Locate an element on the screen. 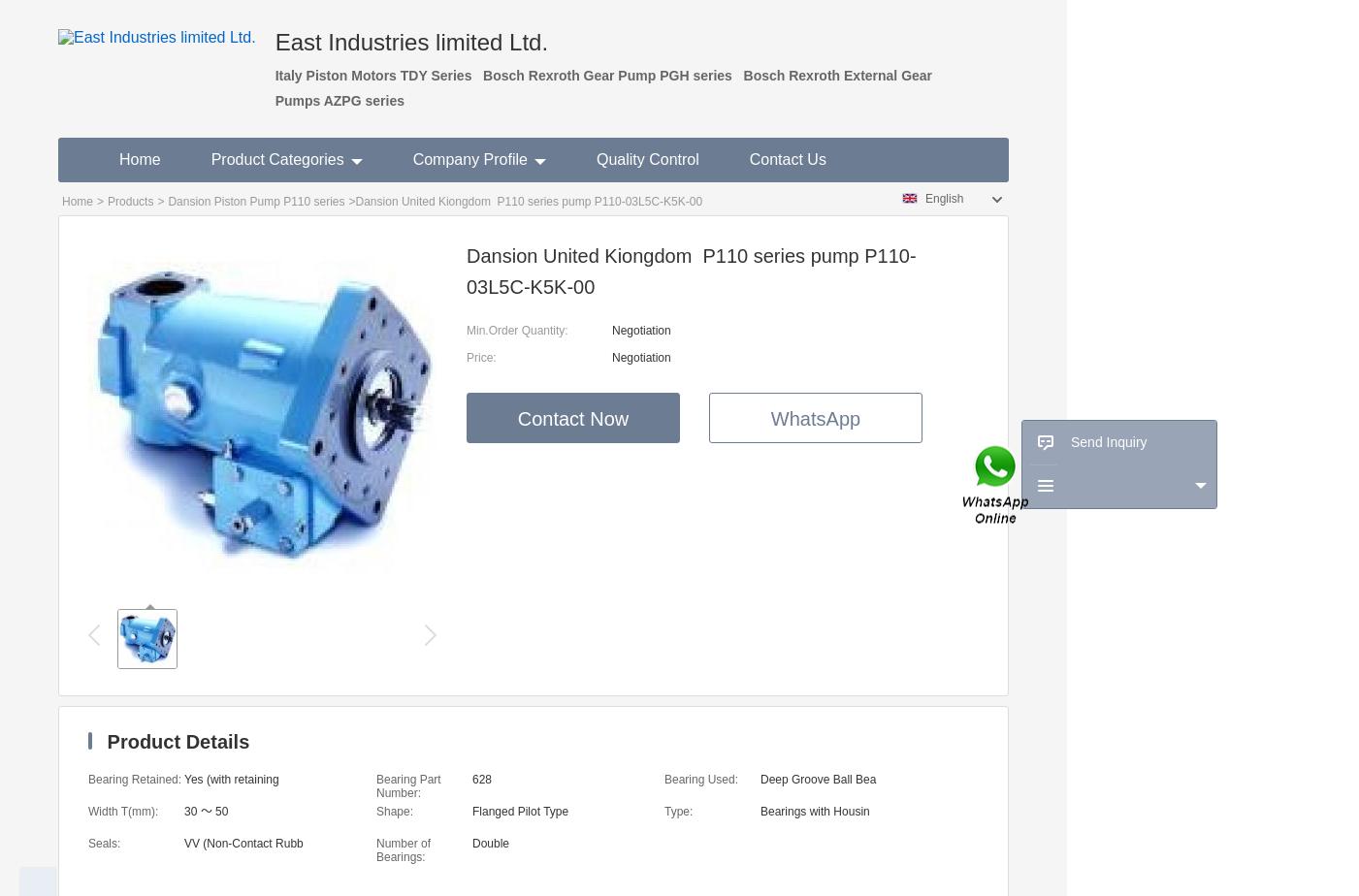 This screenshot has width=1359, height=896. 'Bosch Rexroth Gear Pump PGH series' is located at coordinates (482, 75).